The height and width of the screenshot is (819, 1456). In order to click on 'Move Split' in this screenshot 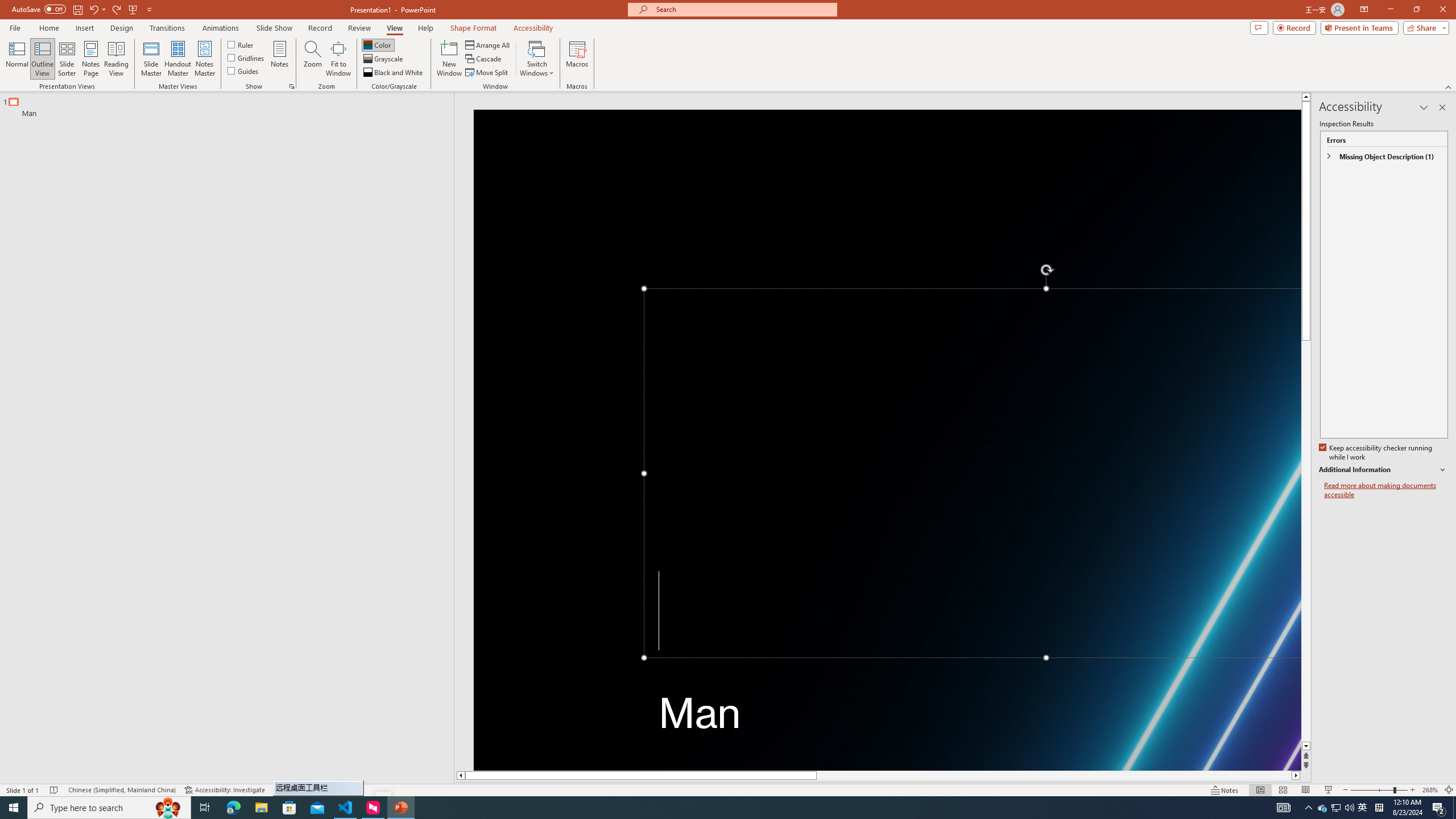, I will do `click(487, 72)`.